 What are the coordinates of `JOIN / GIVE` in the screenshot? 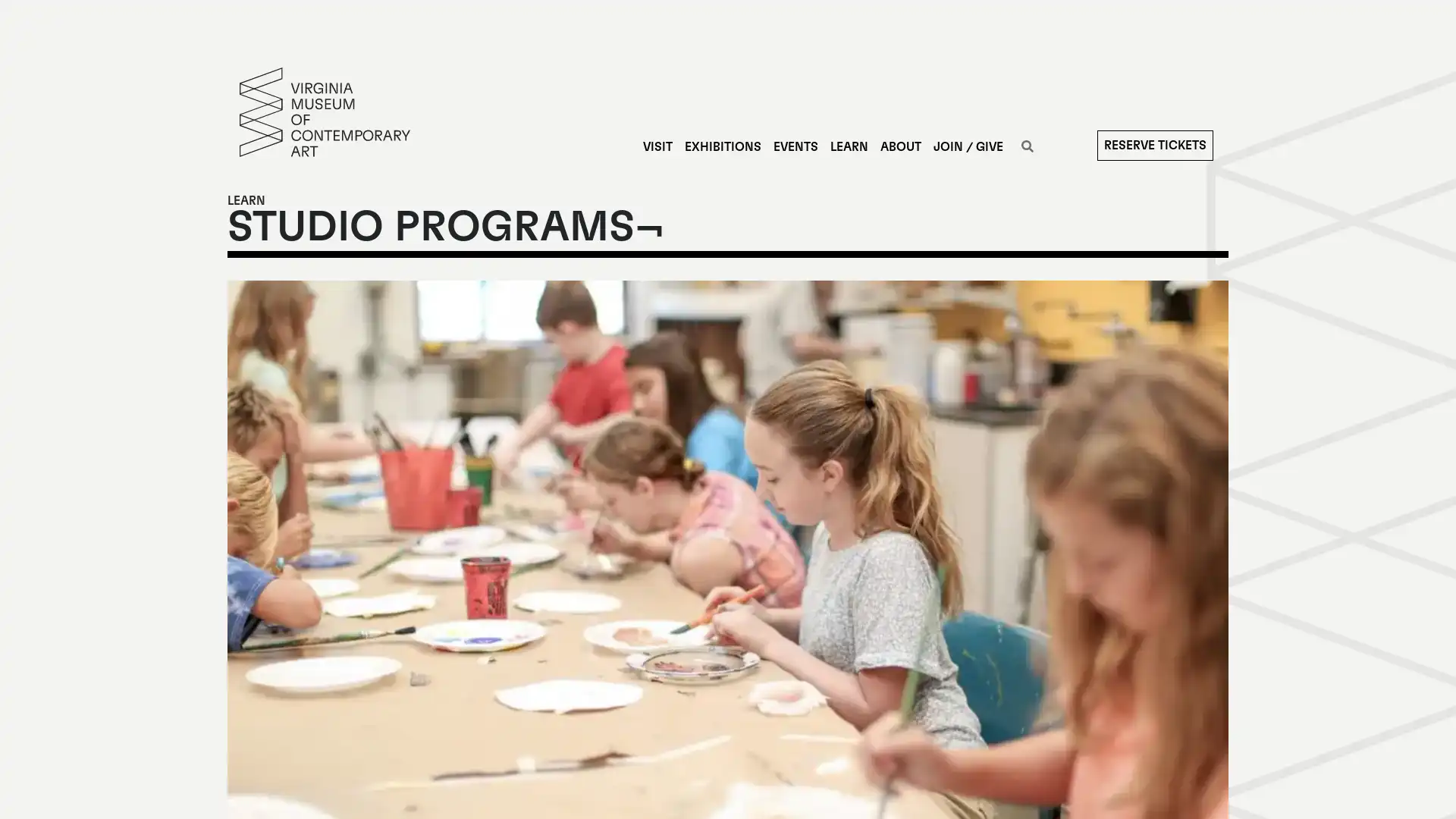 It's located at (967, 146).